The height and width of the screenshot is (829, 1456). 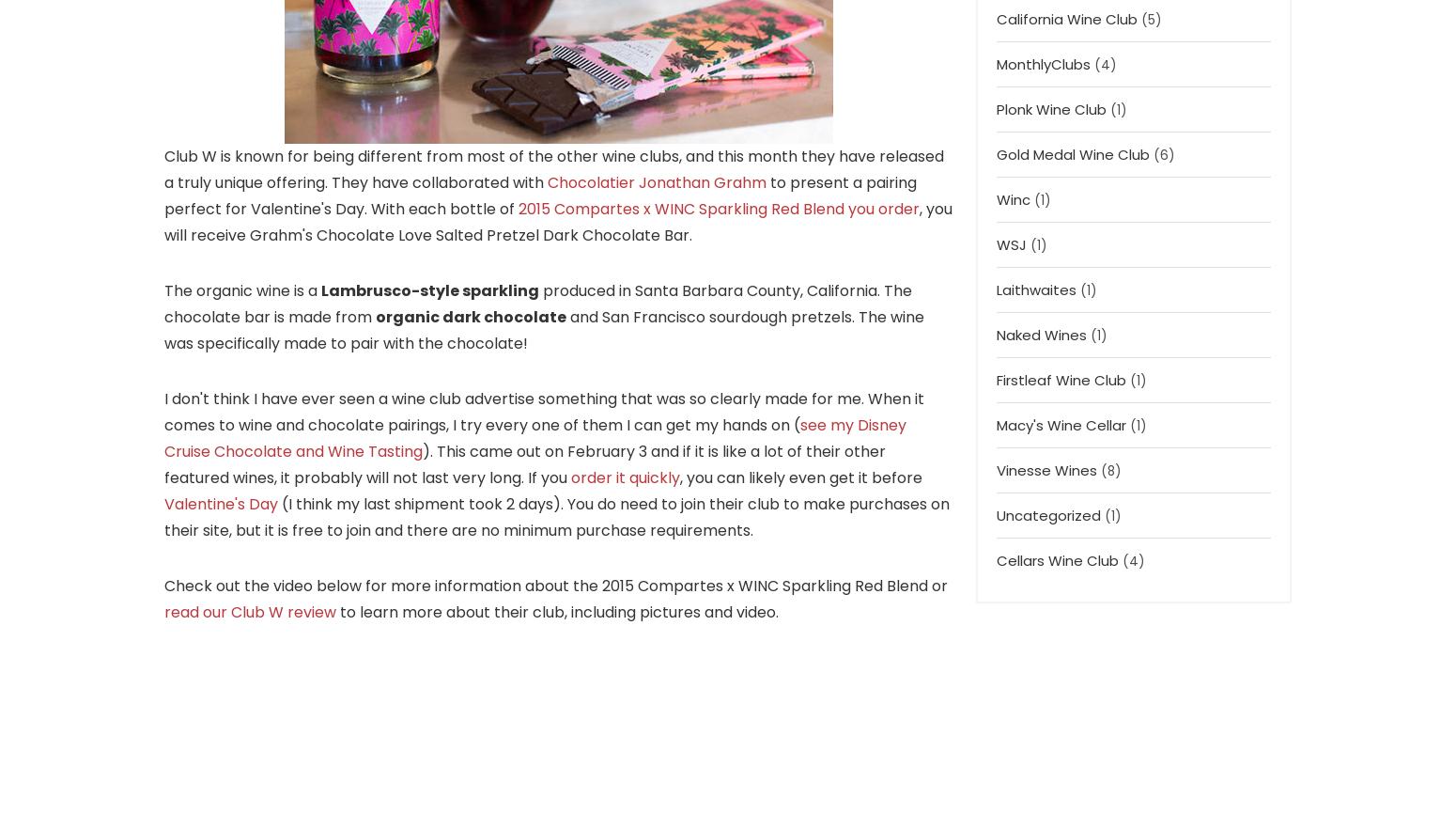 I want to click on 'and San Francisco sourdough pretzels. The wine was specifically made to pair with the chocolate!', so click(x=544, y=328).